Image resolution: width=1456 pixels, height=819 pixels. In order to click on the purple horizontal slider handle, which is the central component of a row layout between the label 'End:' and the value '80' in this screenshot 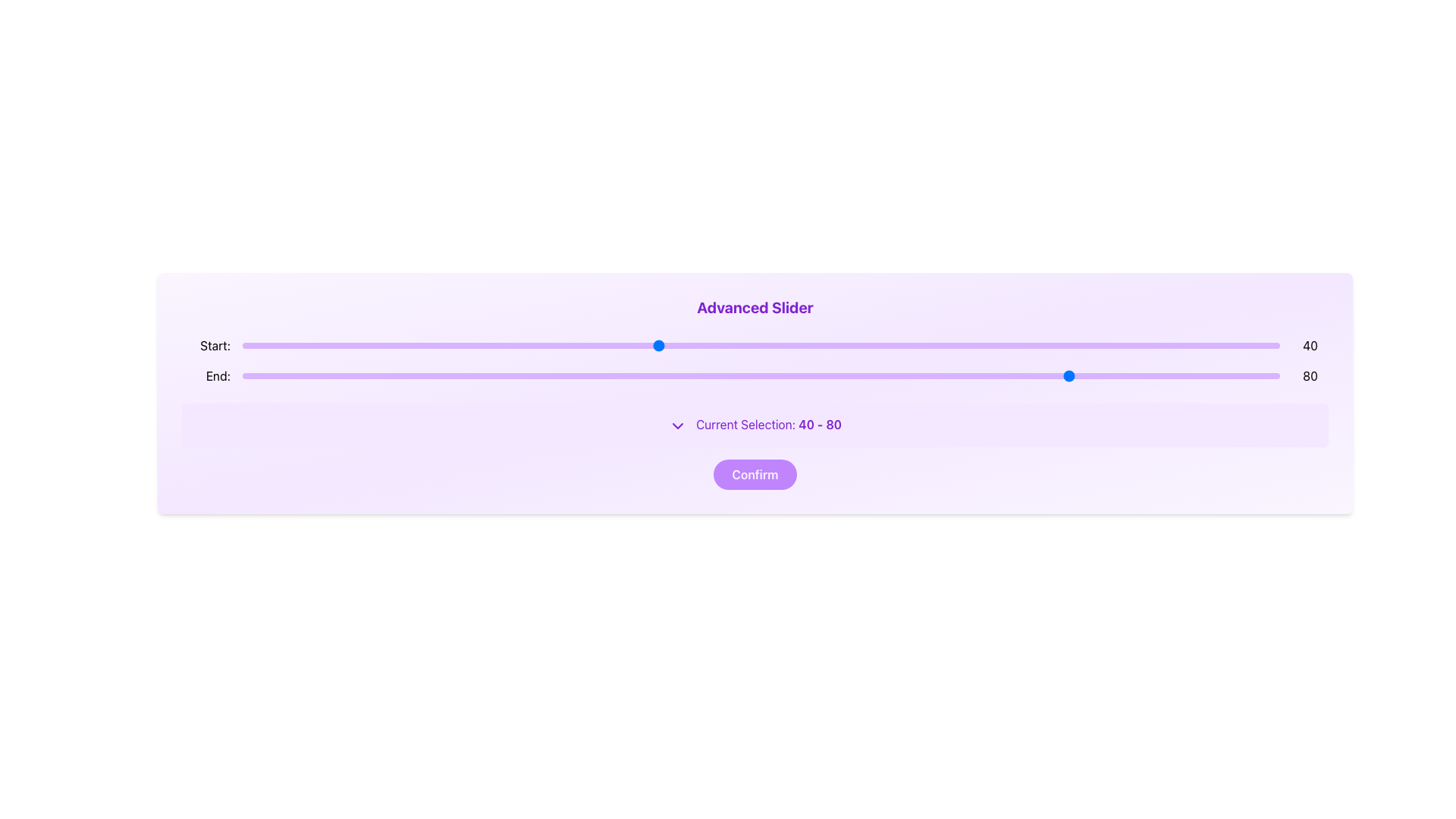, I will do `click(761, 375)`.